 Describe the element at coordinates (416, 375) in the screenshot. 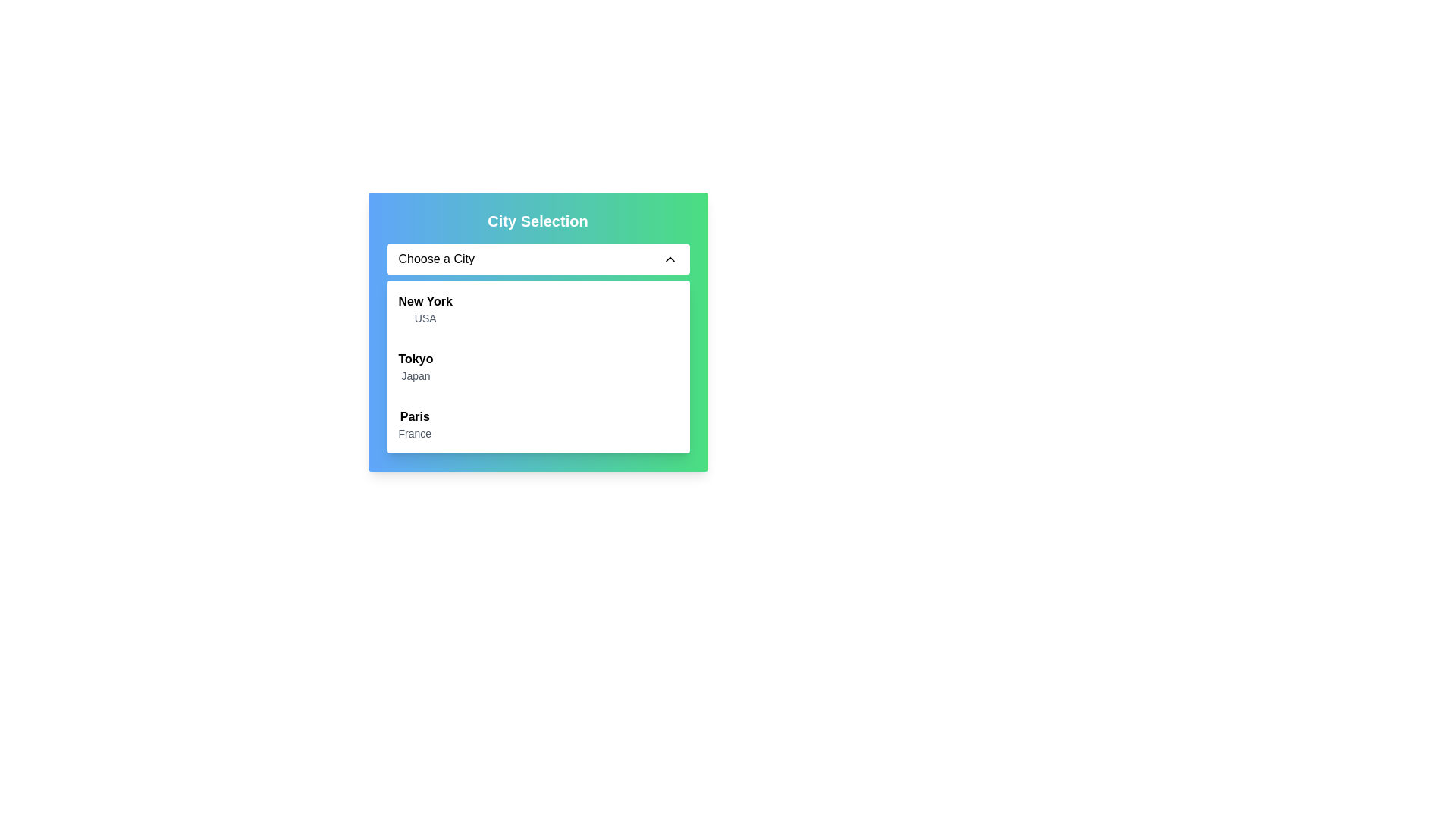

I see `text label displaying 'Japan' which is styled in gray, positioned below 'Tokyo' in the dropdown list` at that location.